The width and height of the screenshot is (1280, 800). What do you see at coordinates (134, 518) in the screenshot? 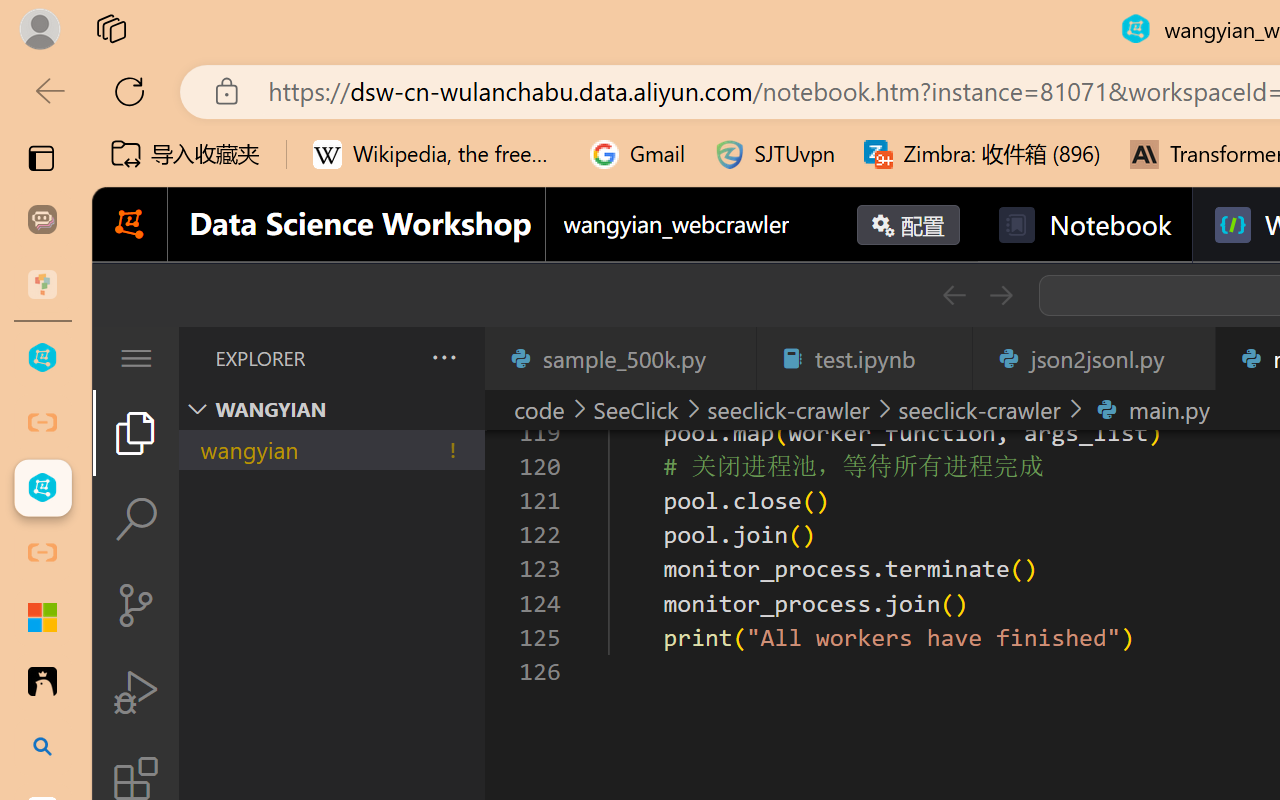
I see `'Search (Ctrl+Shift+F)'` at bounding box center [134, 518].